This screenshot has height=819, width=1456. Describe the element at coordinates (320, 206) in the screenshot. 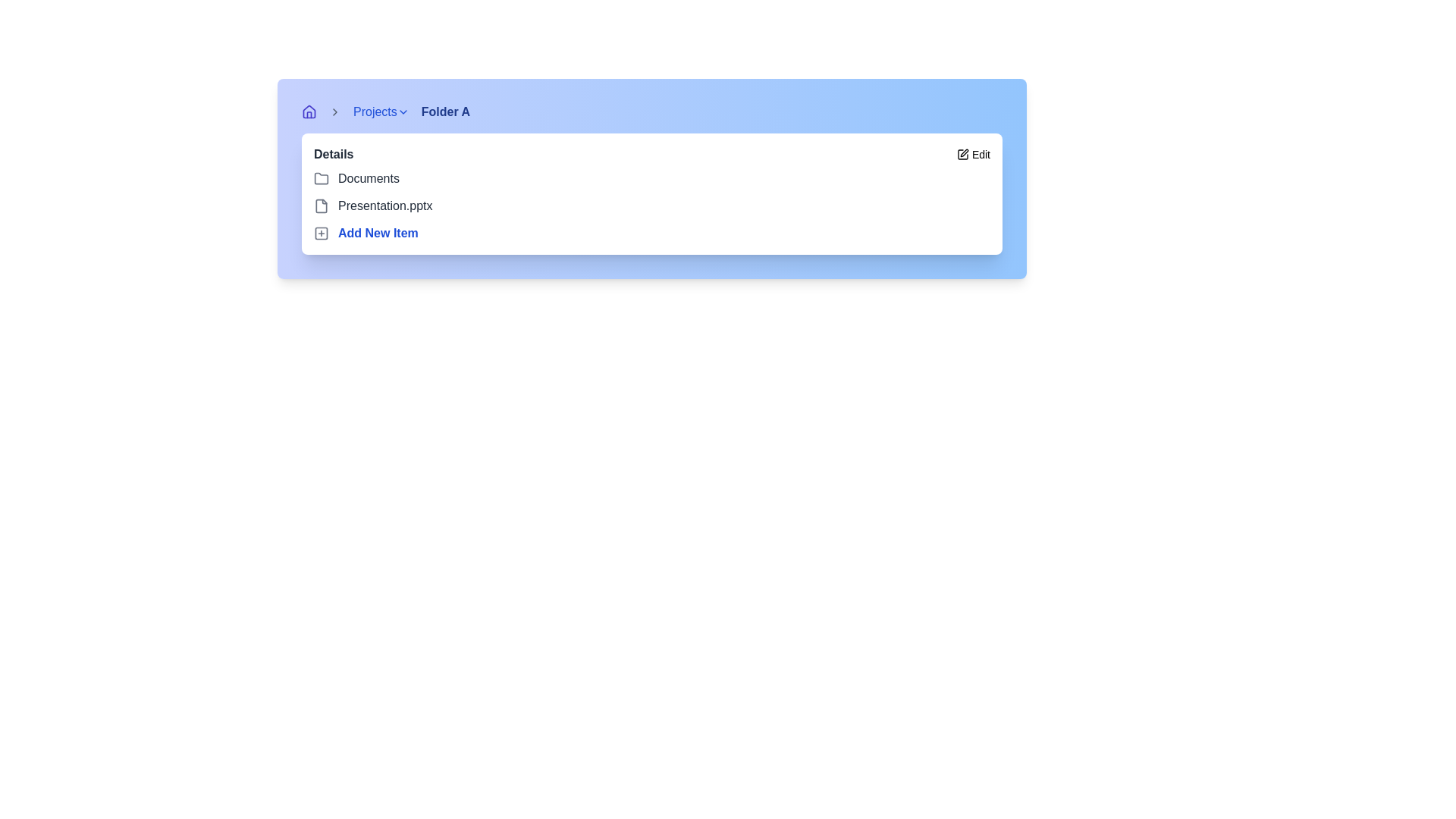

I see `the icon representing the file 'Presentation.pptx' located in the 'Details' section, positioned to the left of its filename text` at that location.